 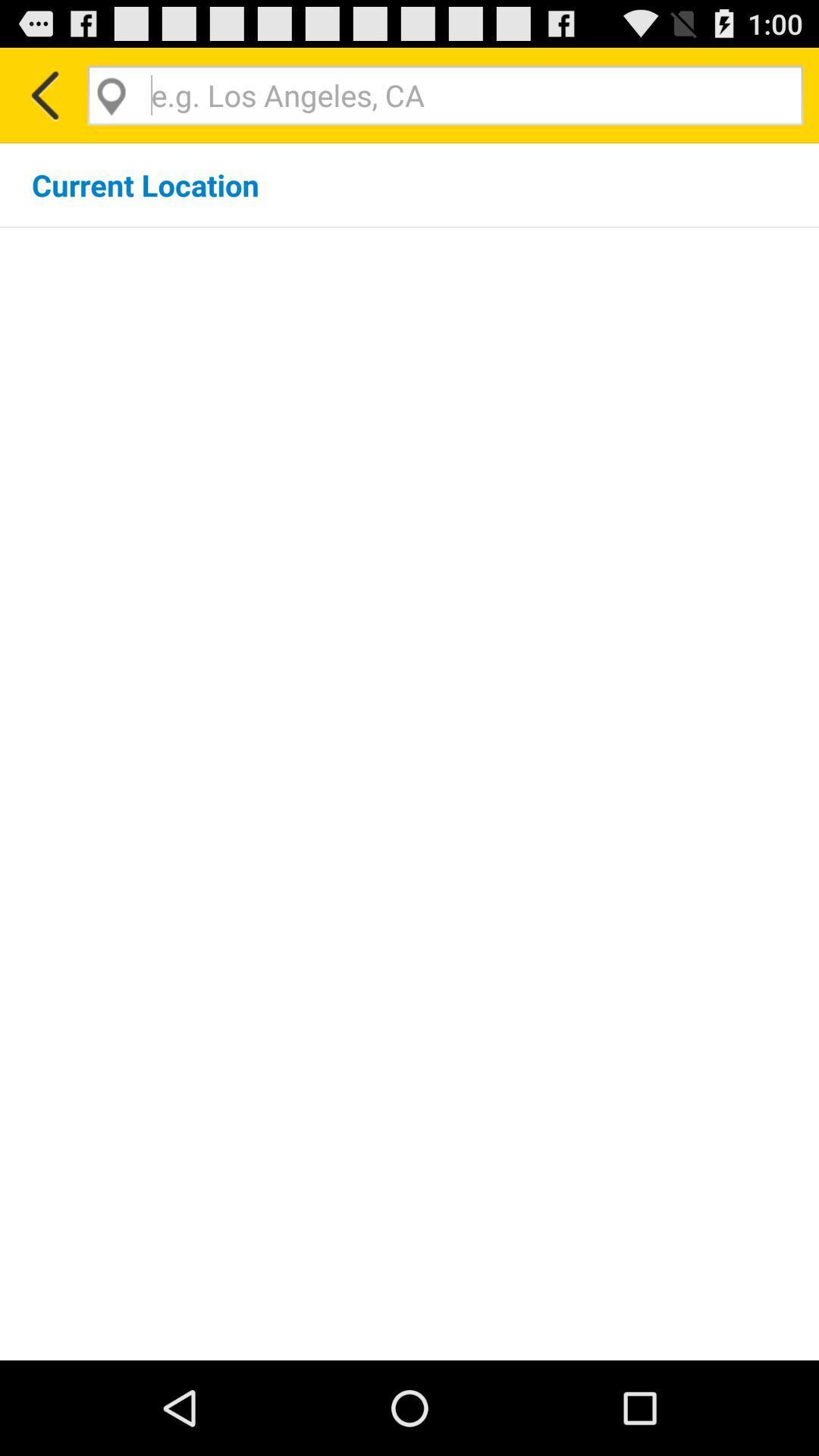 What do you see at coordinates (42, 94) in the screenshot?
I see `a button for going back` at bounding box center [42, 94].